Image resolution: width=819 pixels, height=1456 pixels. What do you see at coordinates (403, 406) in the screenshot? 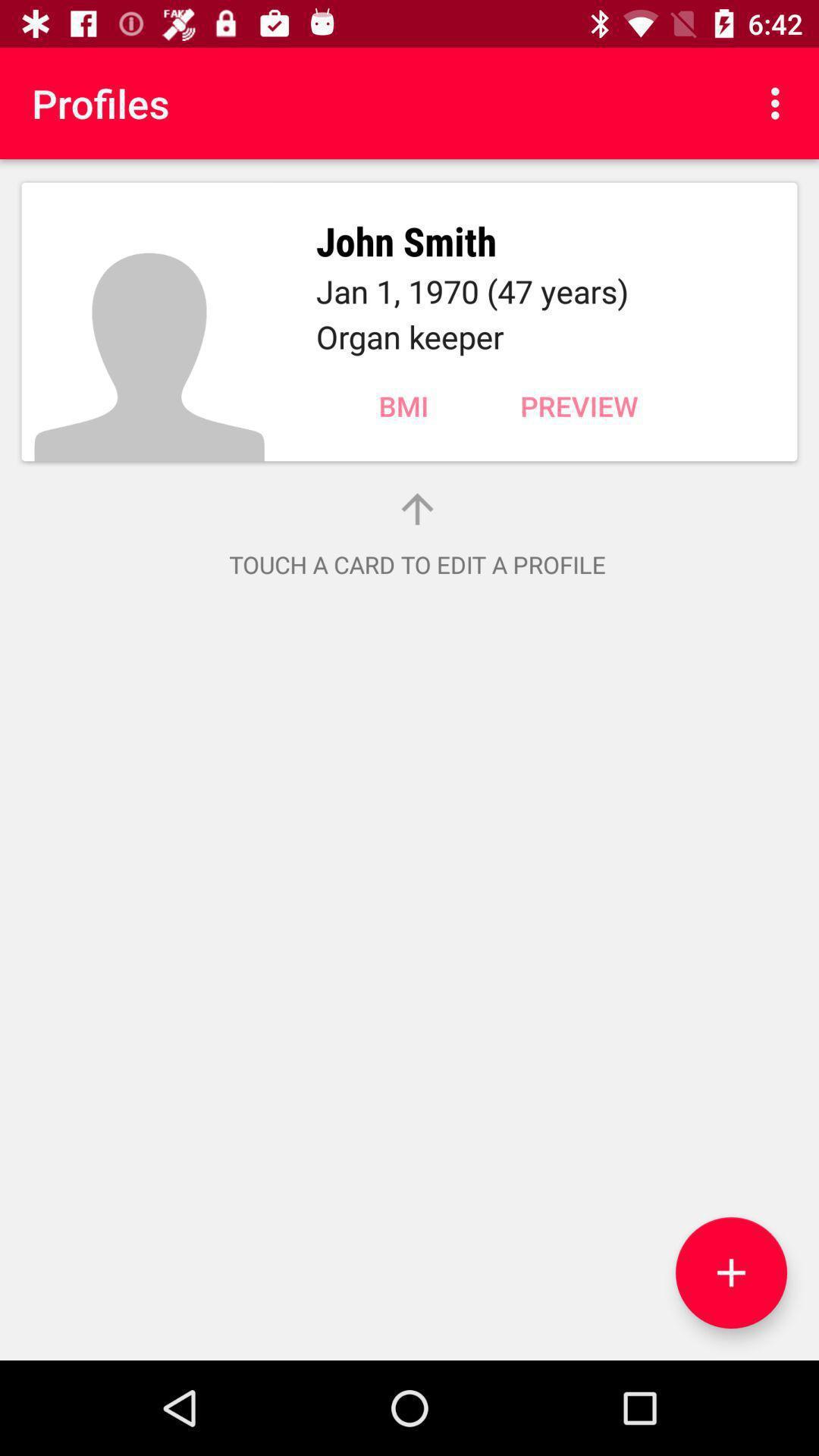
I see `bmi icon` at bounding box center [403, 406].